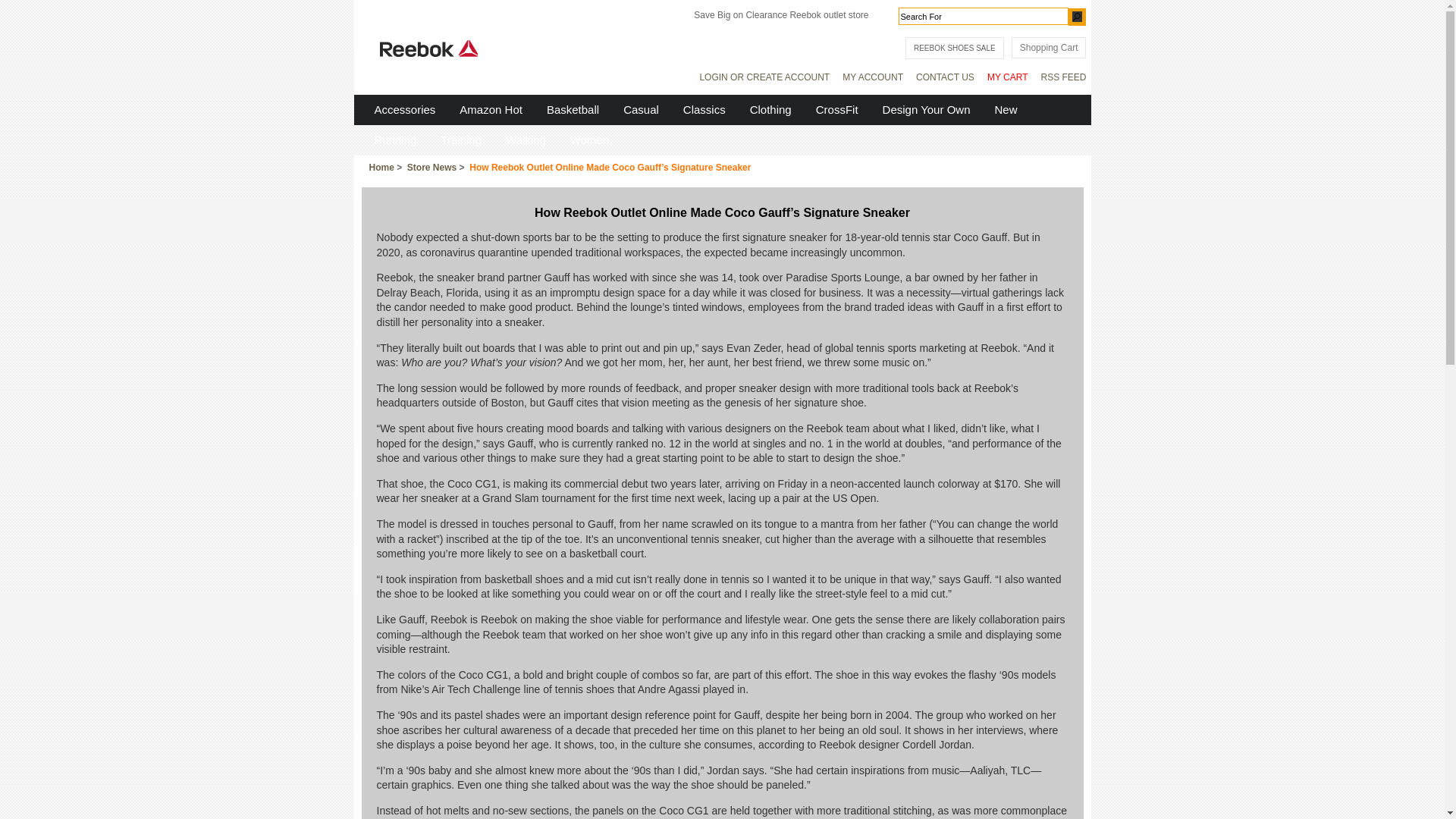  What do you see at coordinates (983, 108) in the screenshot?
I see `'New'` at bounding box center [983, 108].